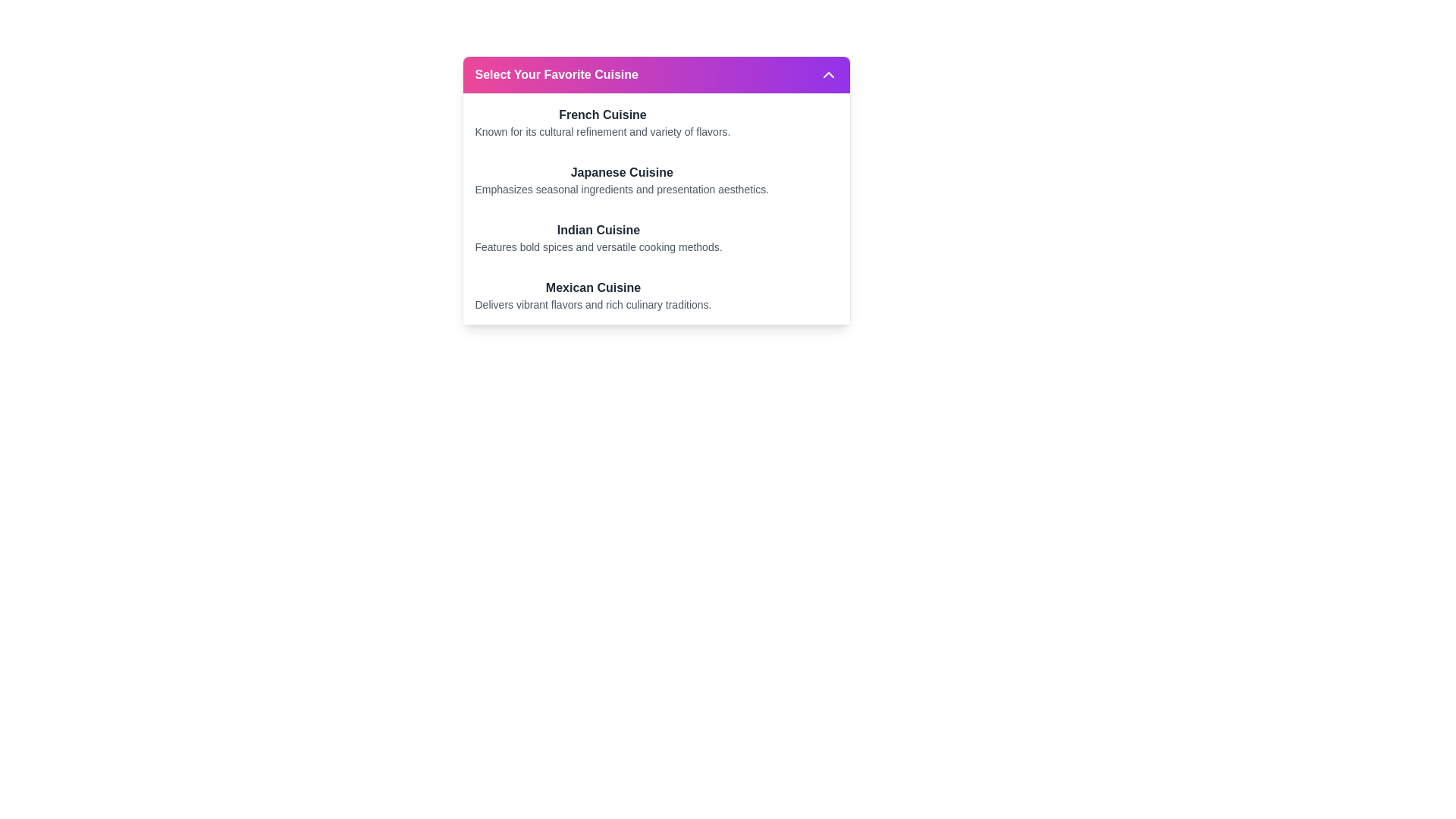 This screenshot has width=1456, height=819. What do you see at coordinates (601, 114) in the screenshot?
I see `text label displaying 'French Cuisine' which is bold and dark gray, located at the top of the list in the 'Select Your Favorite Cuisine' panel` at bounding box center [601, 114].